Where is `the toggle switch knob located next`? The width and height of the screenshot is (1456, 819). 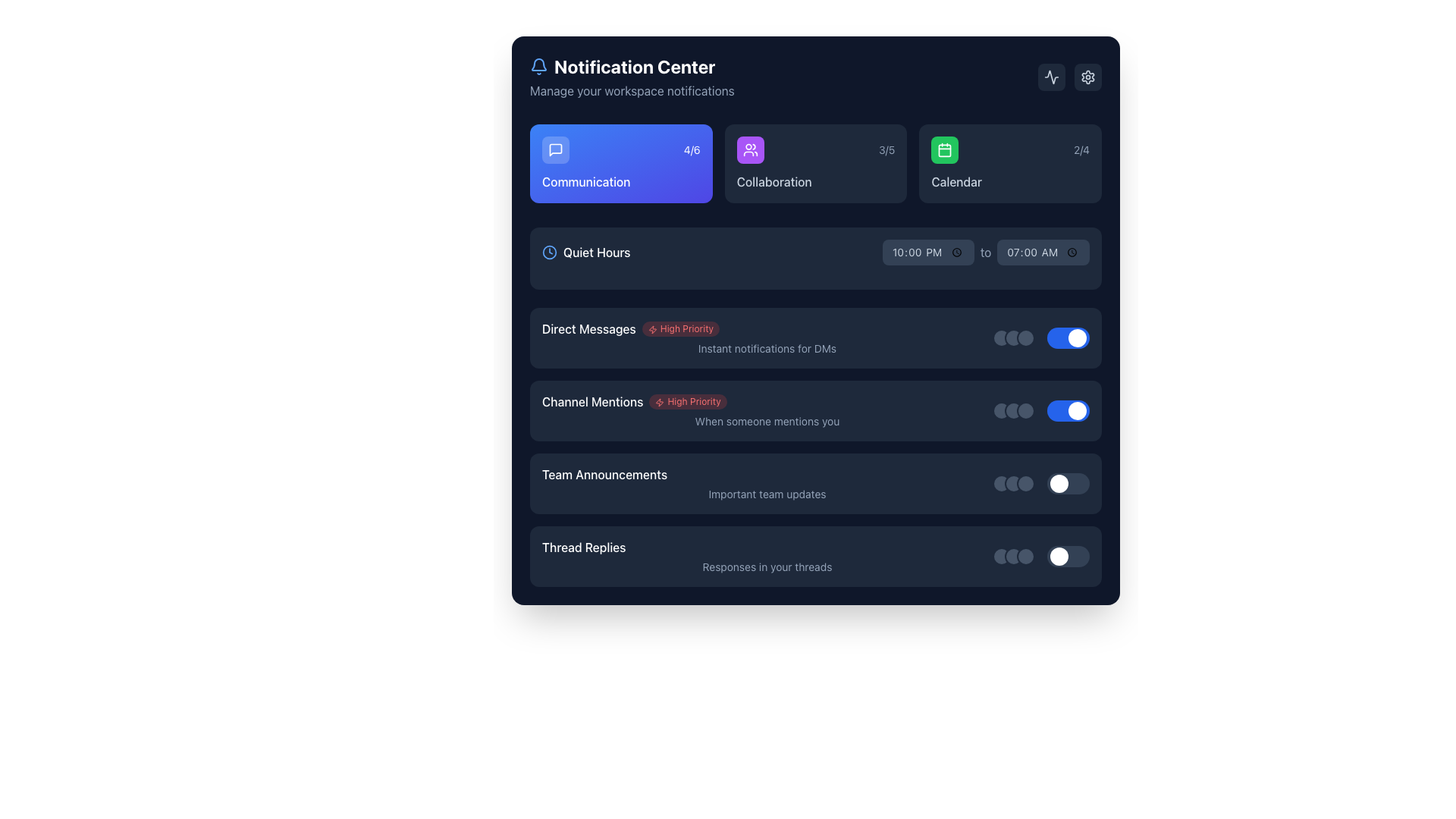 the toggle switch knob located next is located at coordinates (1040, 483).